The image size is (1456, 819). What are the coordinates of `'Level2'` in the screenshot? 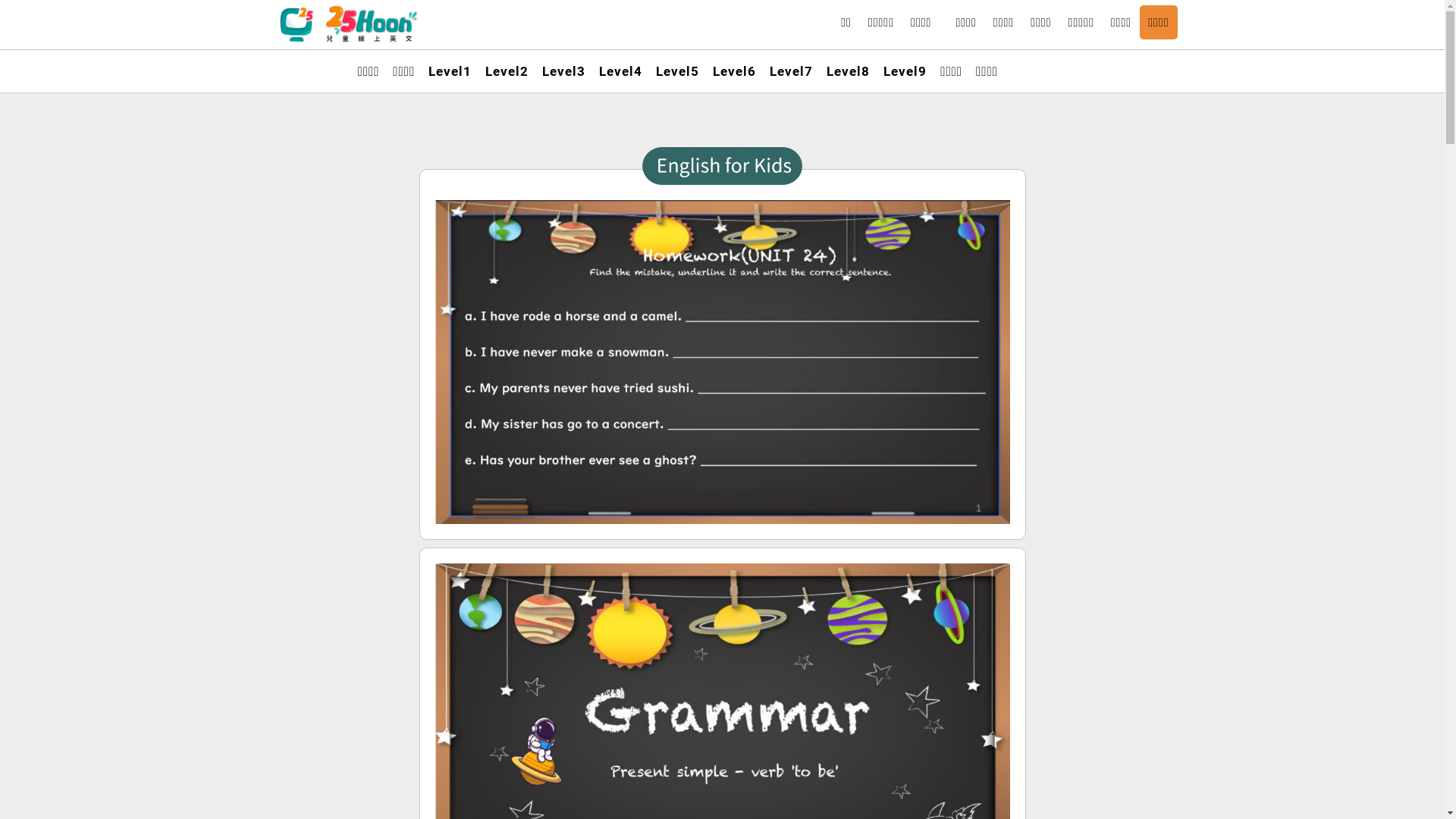 It's located at (477, 71).